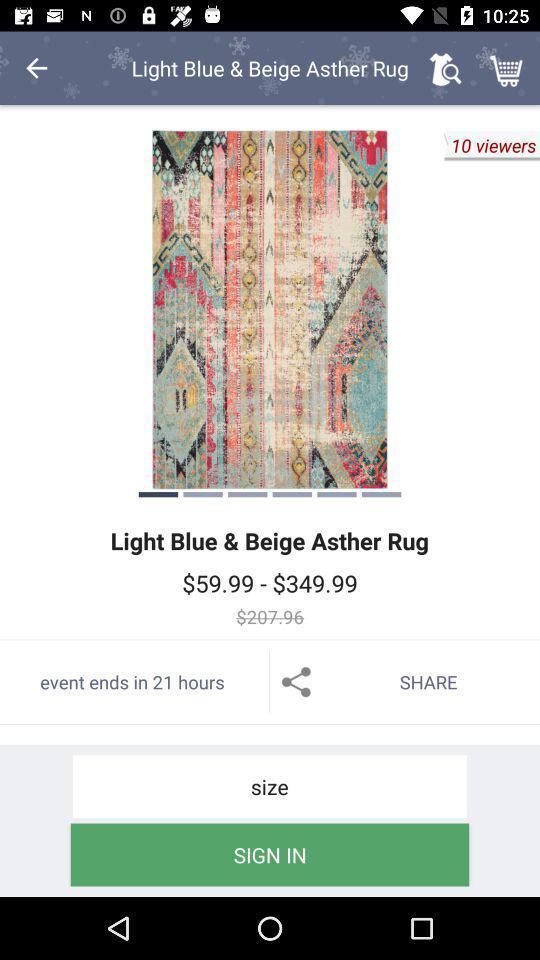 The width and height of the screenshot is (540, 960). Describe the element at coordinates (508, 68) in the screenshot. I see `the item above the 10 viewers` at that location.